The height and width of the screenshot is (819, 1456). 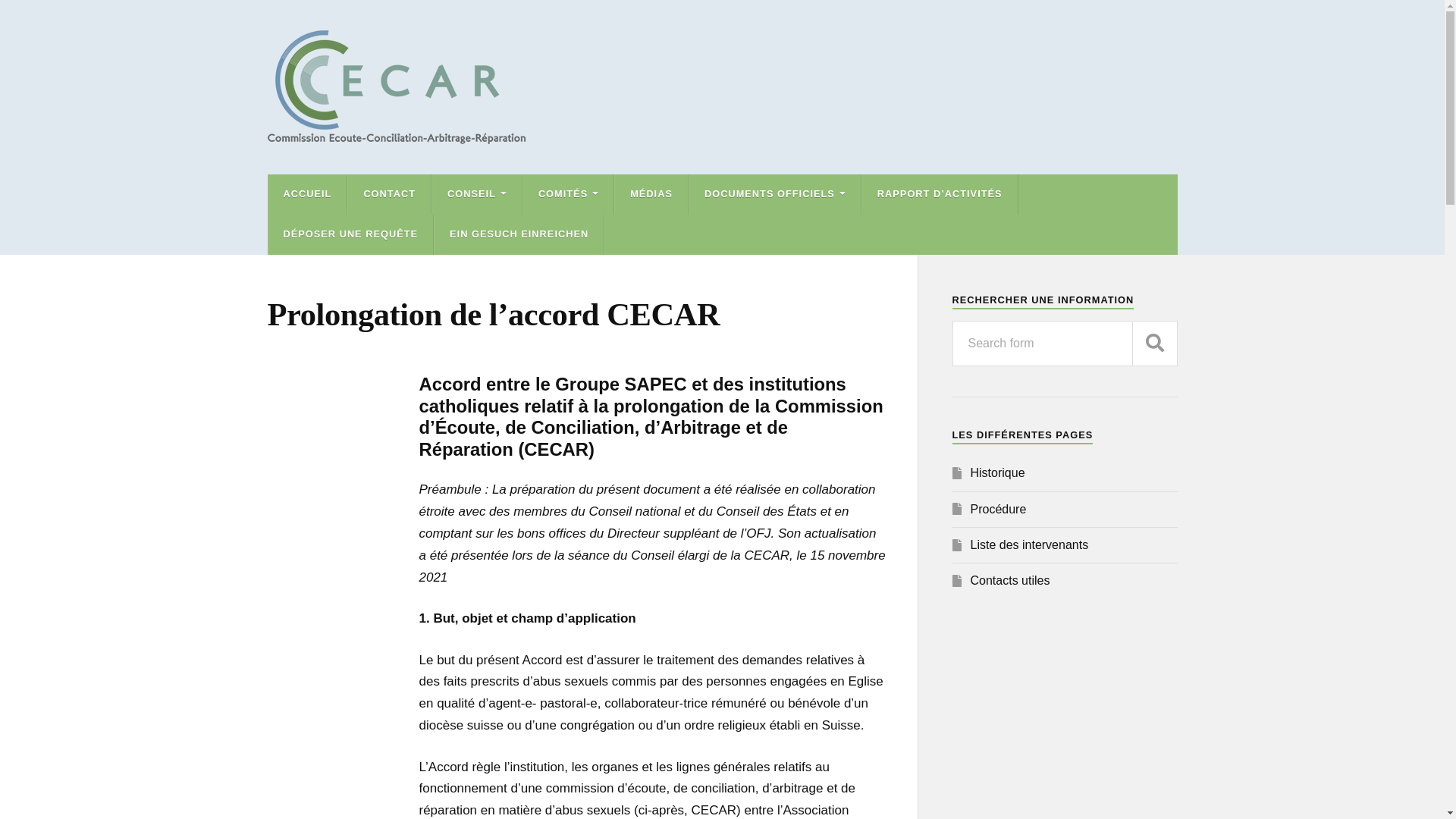 What do you see at coordinates (997, 472) in the screenshot?
I see `'Historique'` at bounding box center [997, 472].